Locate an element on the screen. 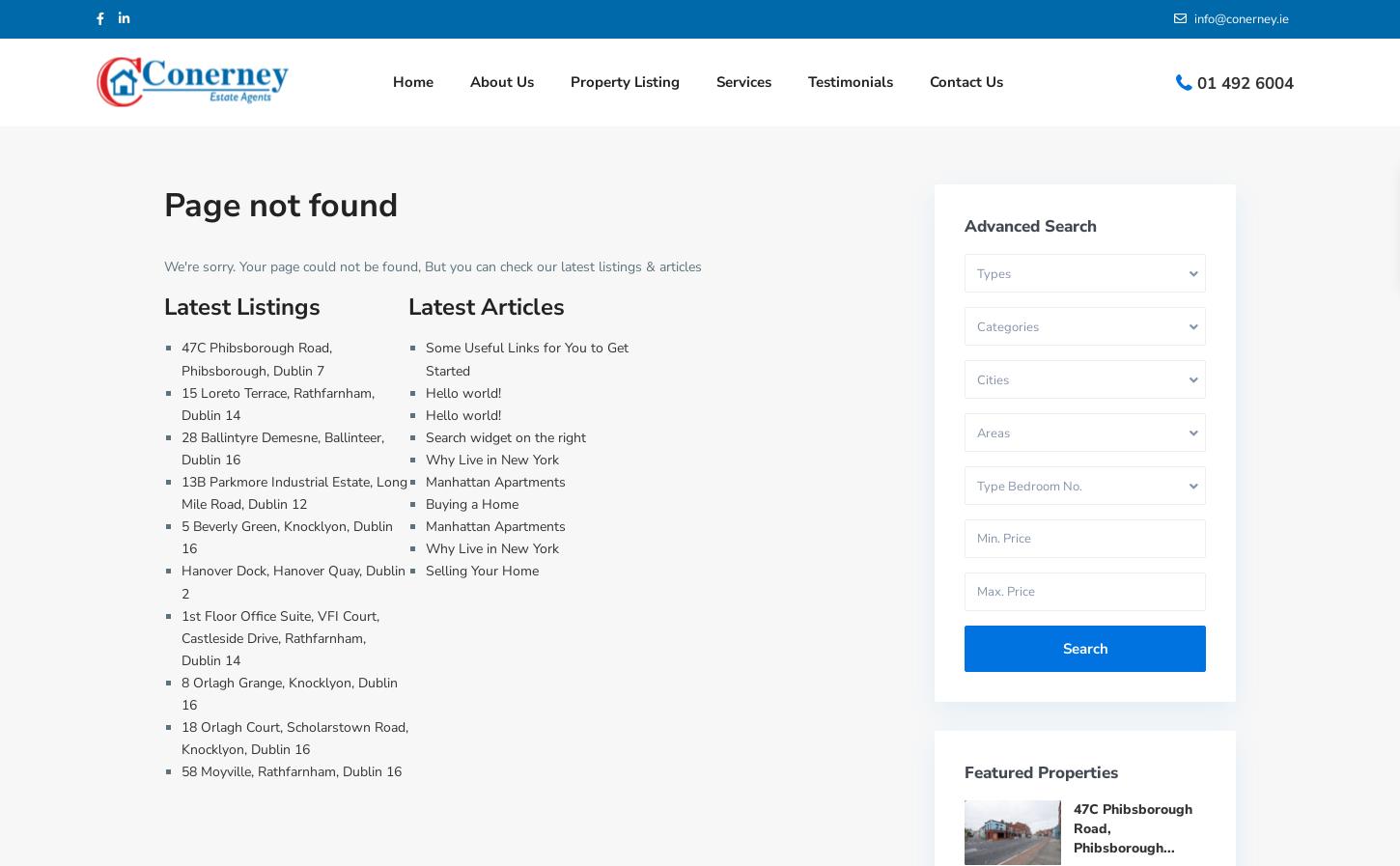  'Hanover Dock, Hanover Quay, Dublin 2' is located at coordinates (294, 581).